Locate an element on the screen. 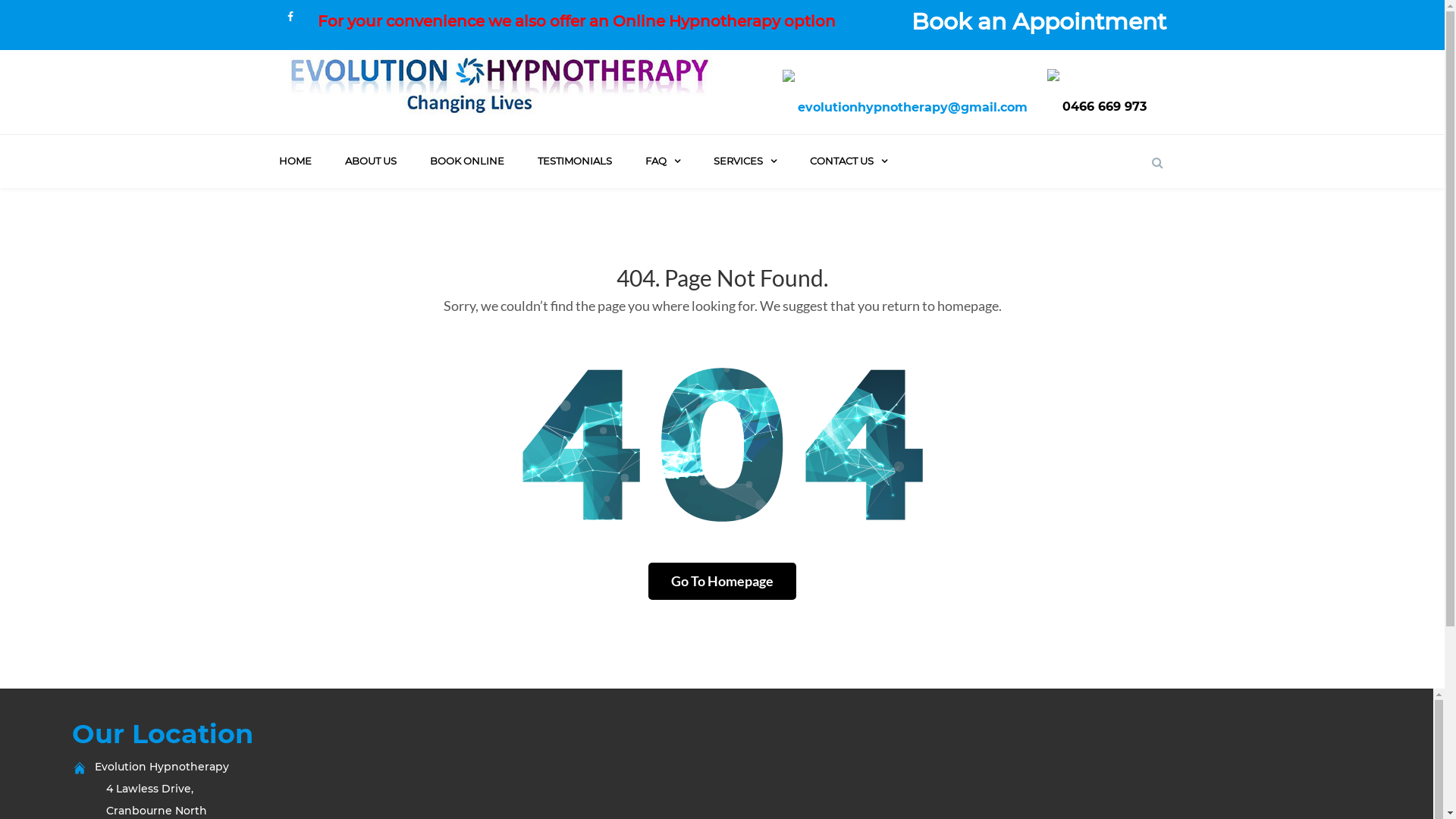 The height and width of the screenshot is (819, 1456). 'SERVICES' is located at coordinates (744, 161).